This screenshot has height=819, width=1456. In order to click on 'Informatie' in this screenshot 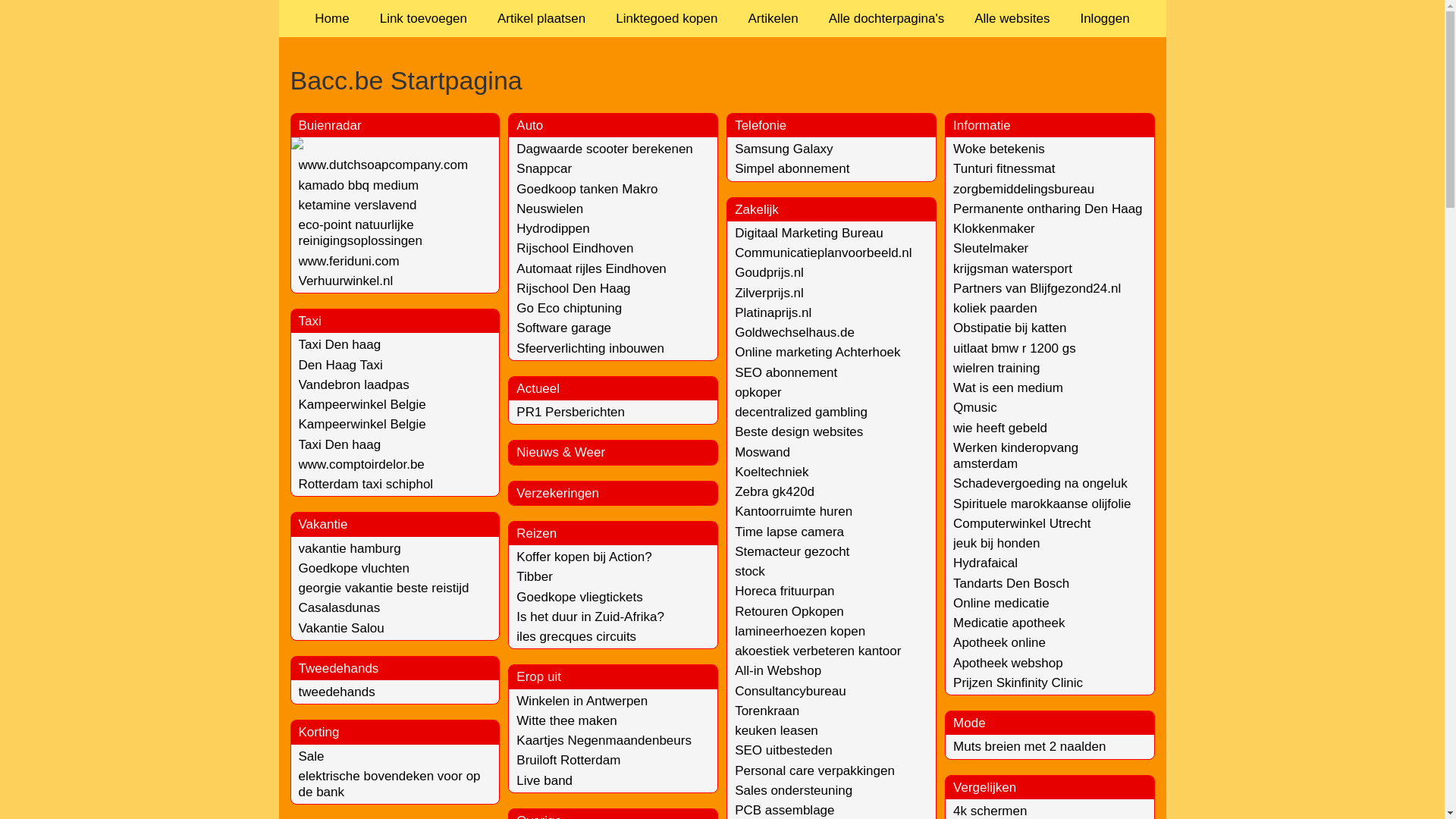, I will do `click(982, 124)`.